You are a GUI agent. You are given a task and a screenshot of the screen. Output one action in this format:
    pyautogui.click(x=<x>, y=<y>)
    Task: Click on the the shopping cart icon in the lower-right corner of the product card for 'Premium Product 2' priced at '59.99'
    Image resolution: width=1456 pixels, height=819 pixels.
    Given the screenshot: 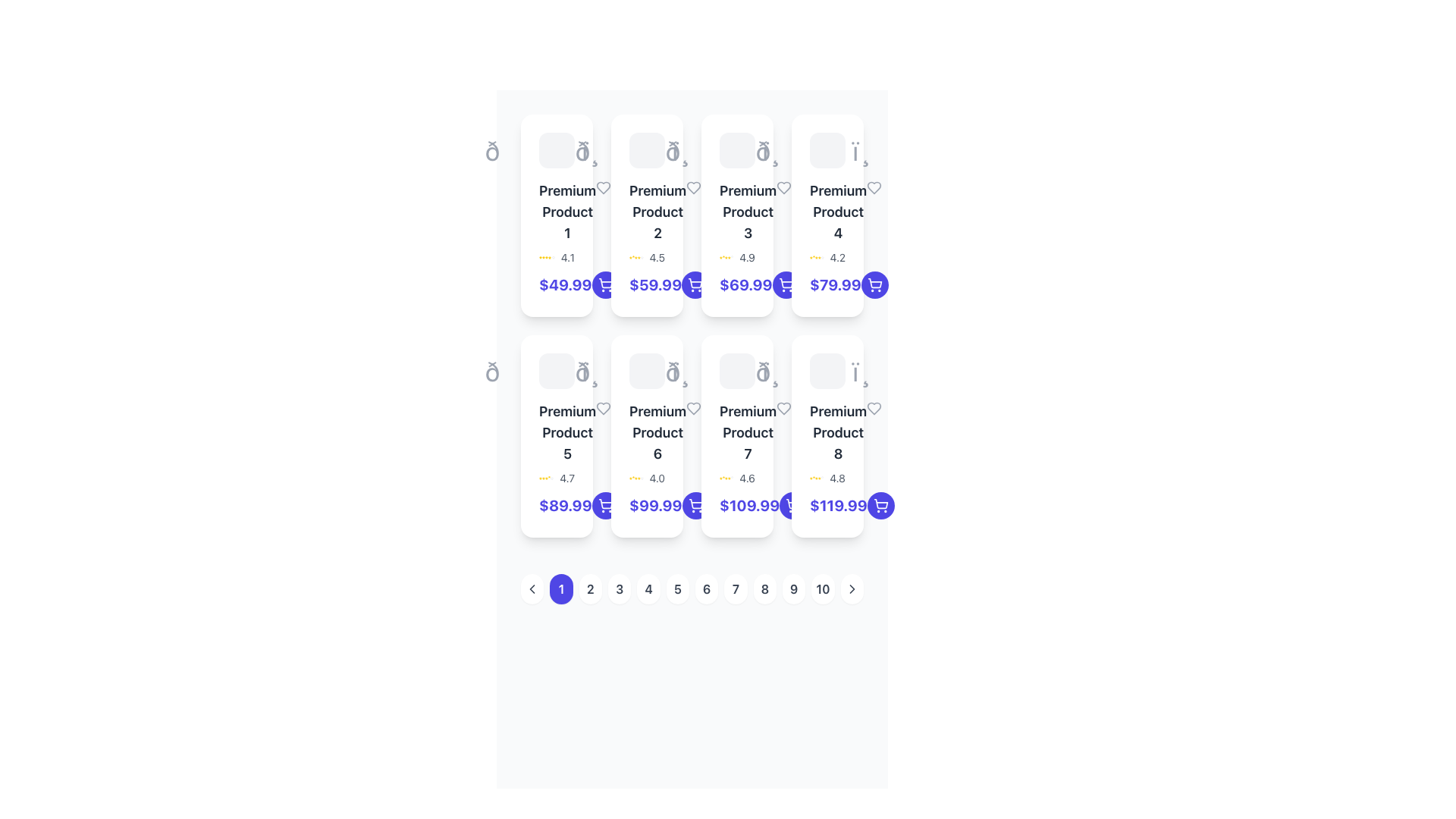 What is the action you would take?
    pyautogui.click(x=604, y=284)
    